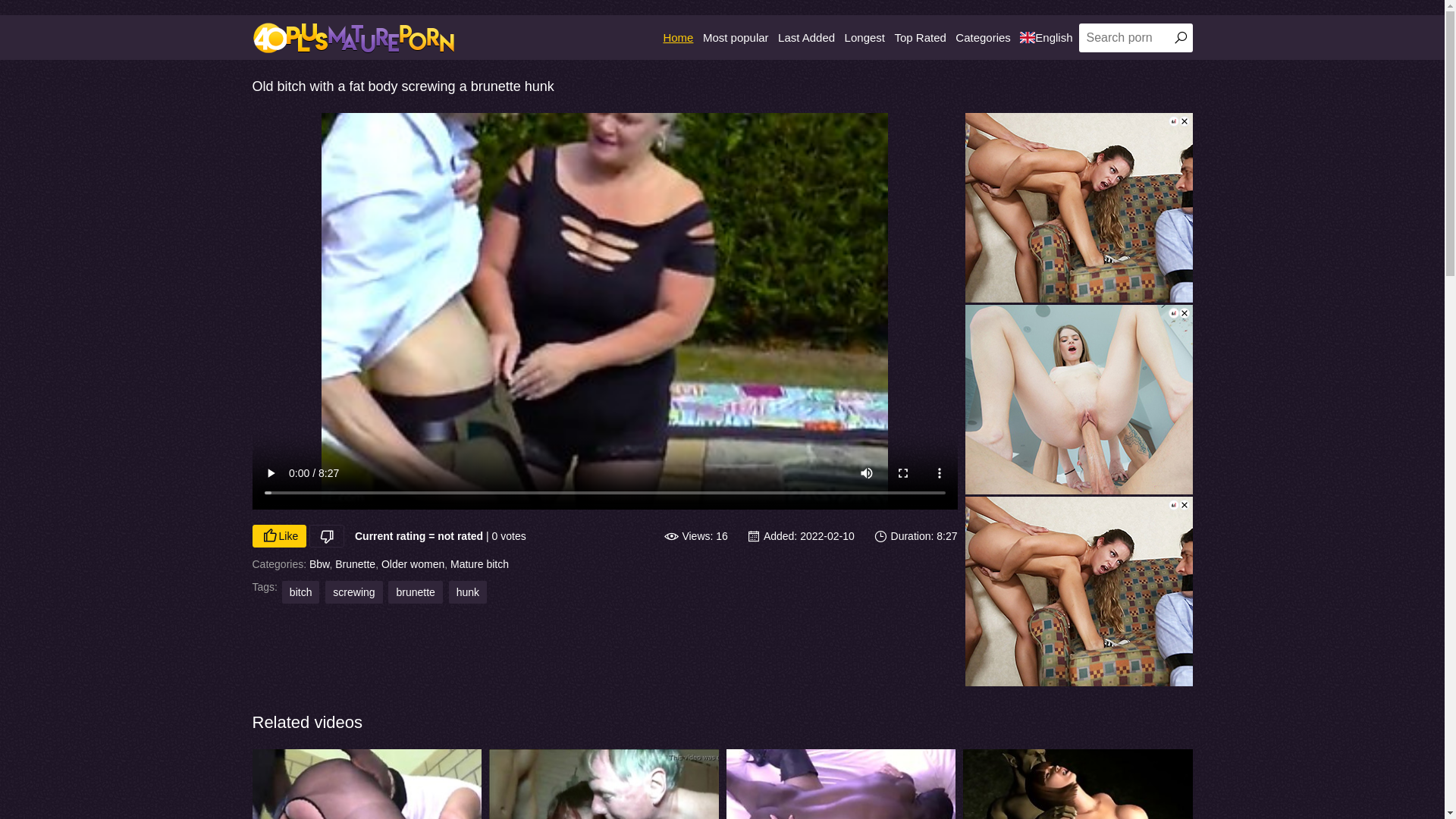 The height and width of the screenshot is (819, 1456). Describe the element at coordinates (864, 37) in the screenshot. I see `'Longest'` at that location.